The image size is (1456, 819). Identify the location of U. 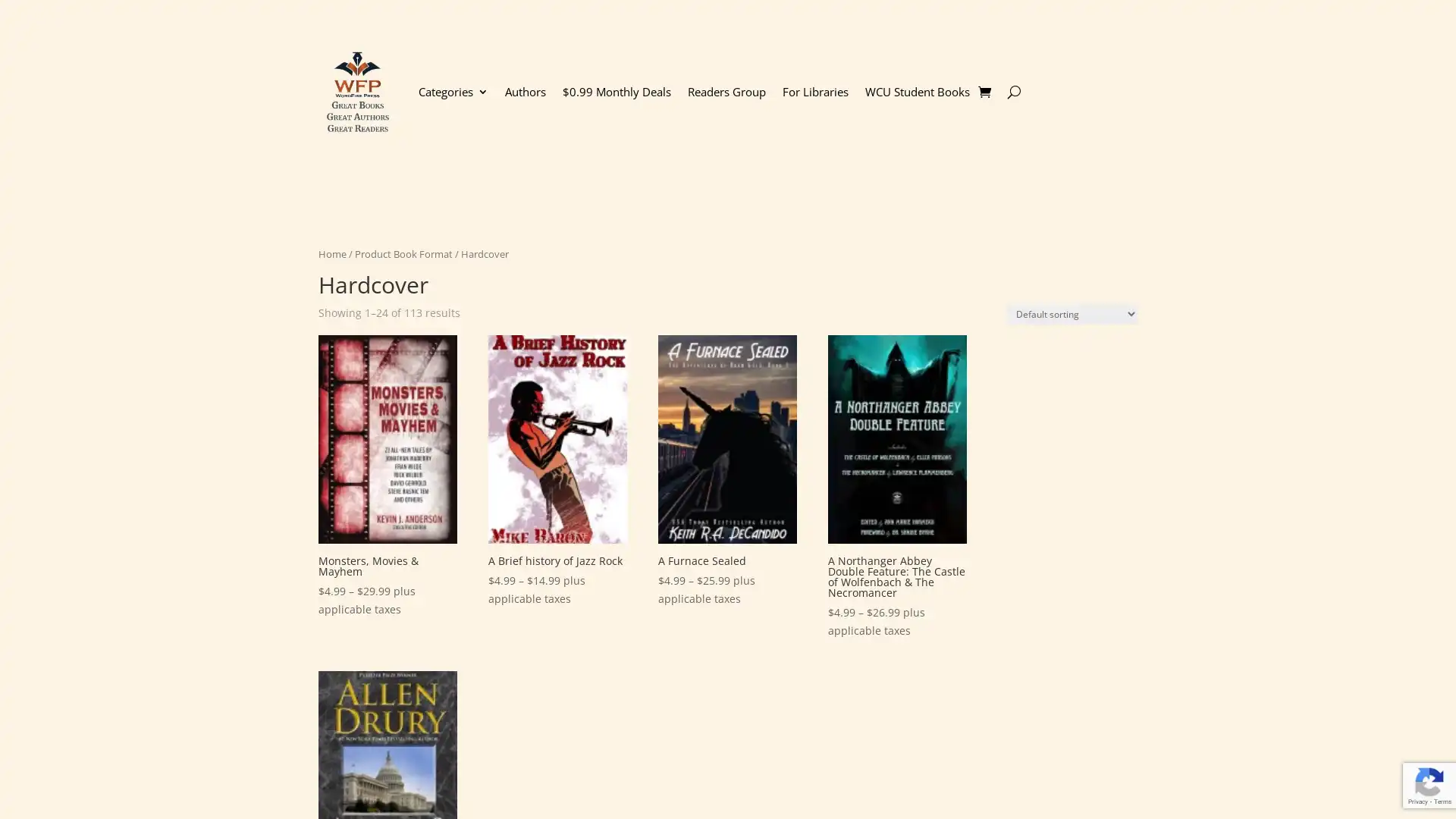
(1013, 91).